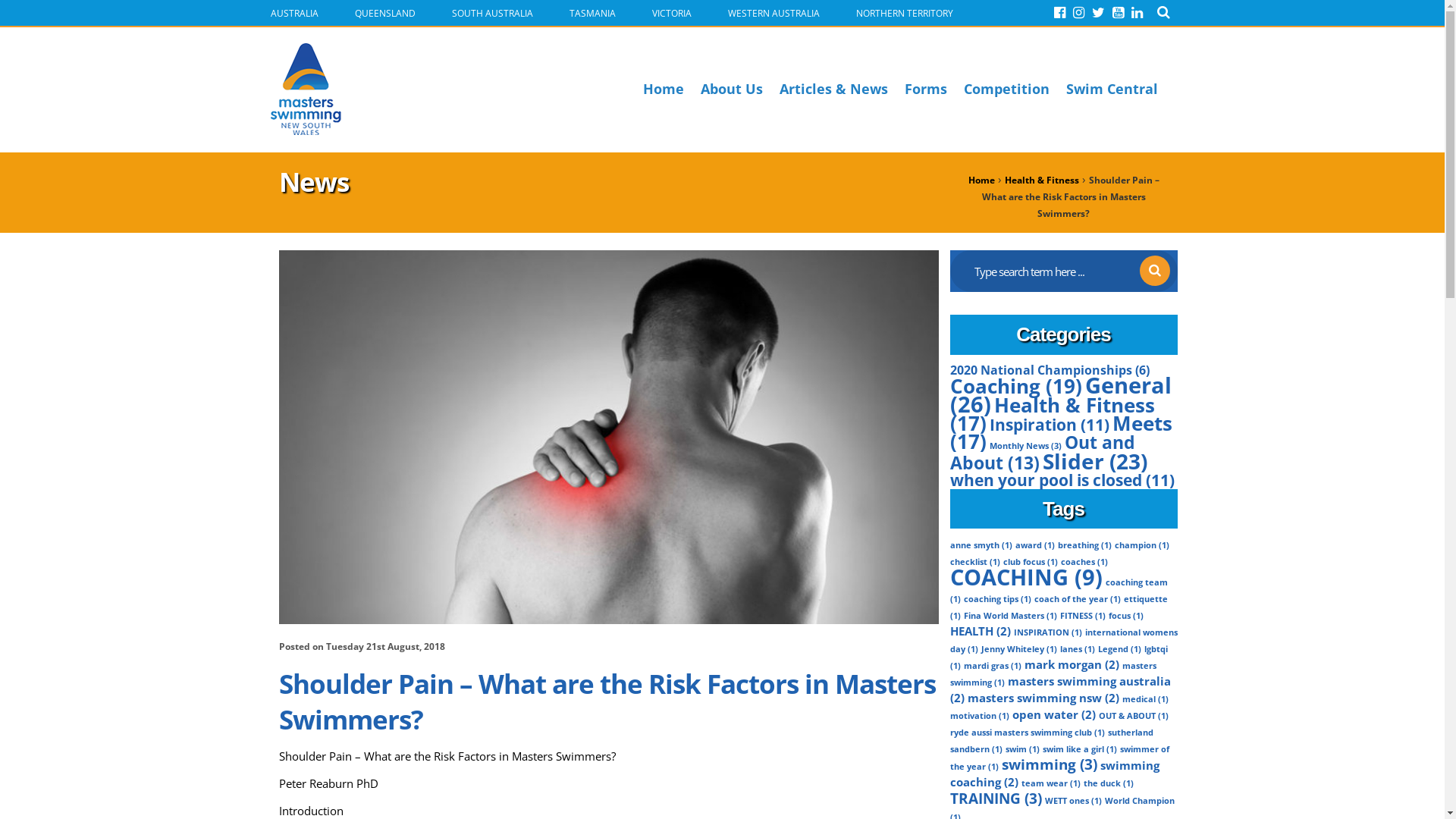 This screenshot has height=819, width=1456. Describe the element at coordinates (1058, 758) in the screenshot. I see `'swimmer of the year (1)'` at that location.